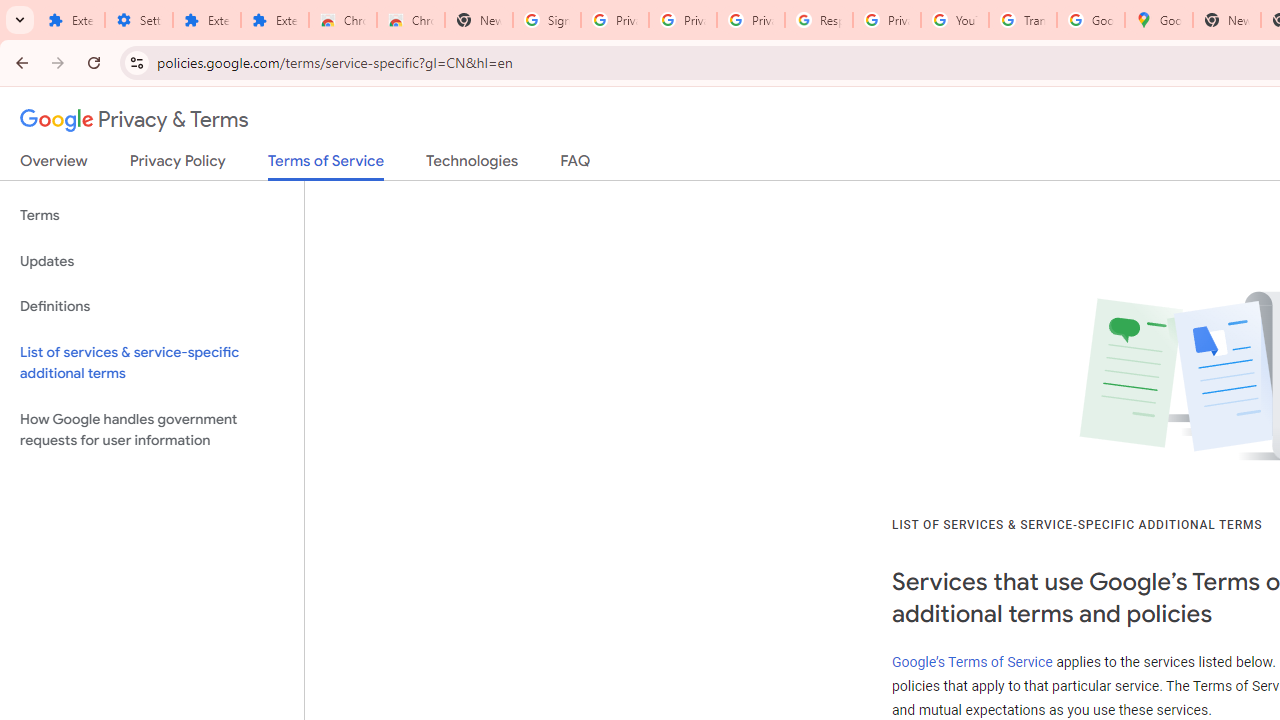 The image size is (1280, 720). I want to click on 'New Tab', so click(478, 20).